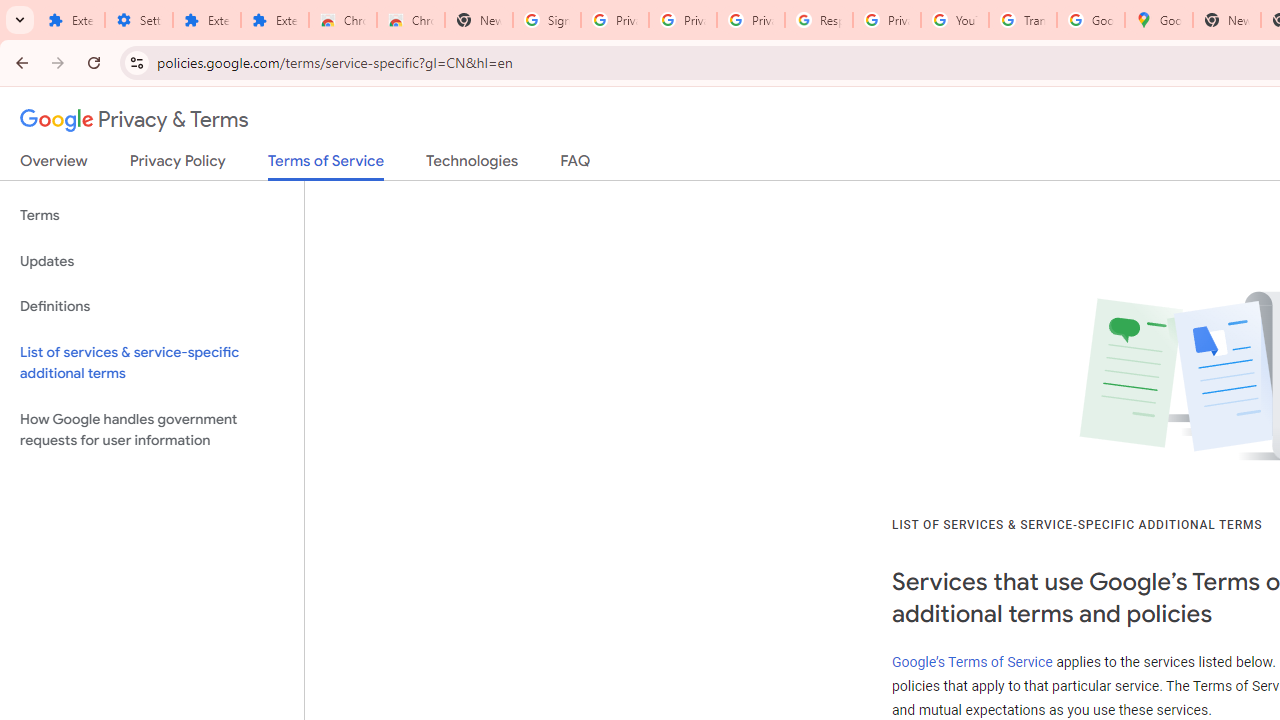 The image size is (1280, 720). I want to click on 'New Tab', so click(478, 20).